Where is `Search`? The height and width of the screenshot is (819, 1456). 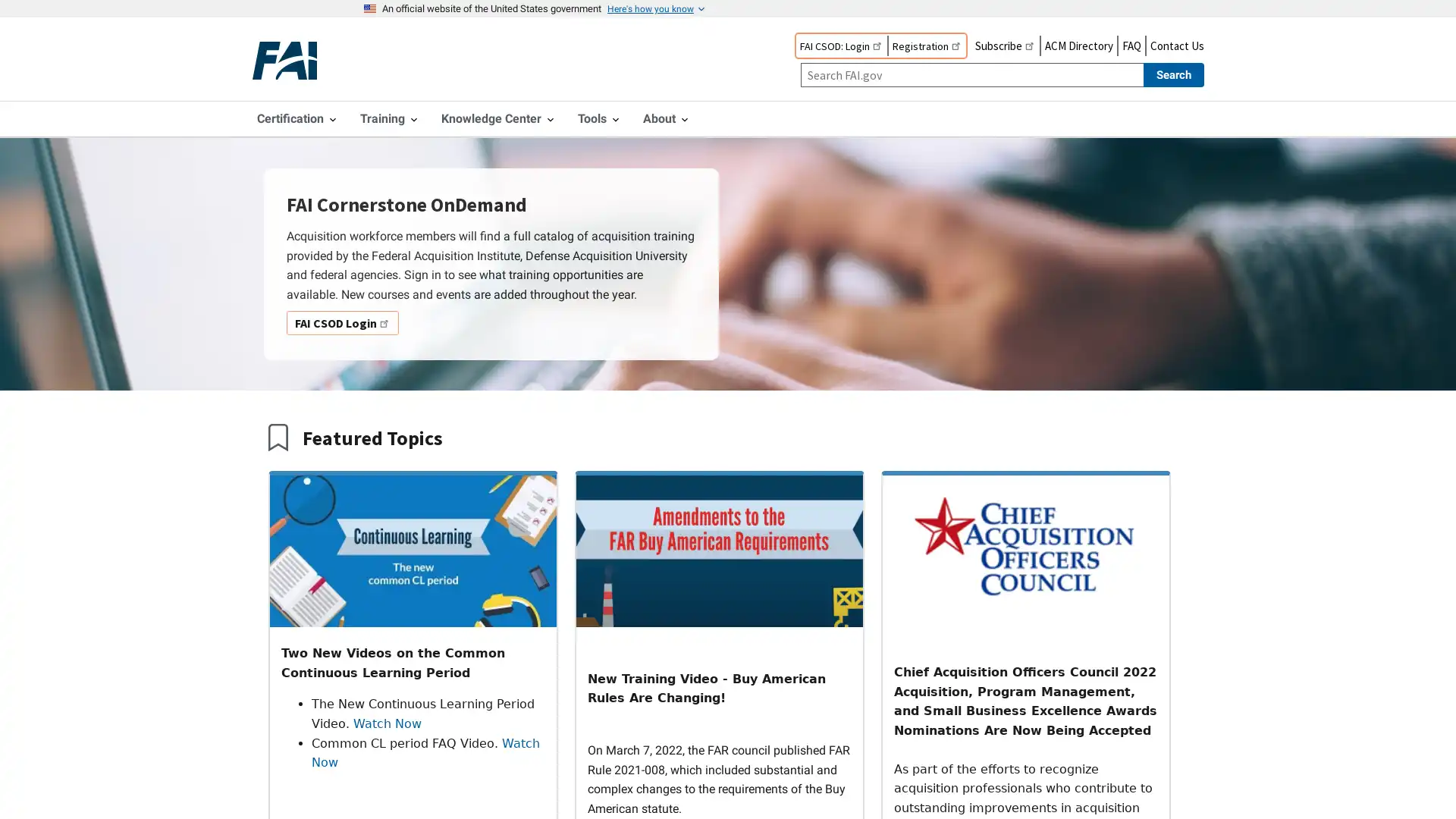 Search is located at coordinates (1172, 75).